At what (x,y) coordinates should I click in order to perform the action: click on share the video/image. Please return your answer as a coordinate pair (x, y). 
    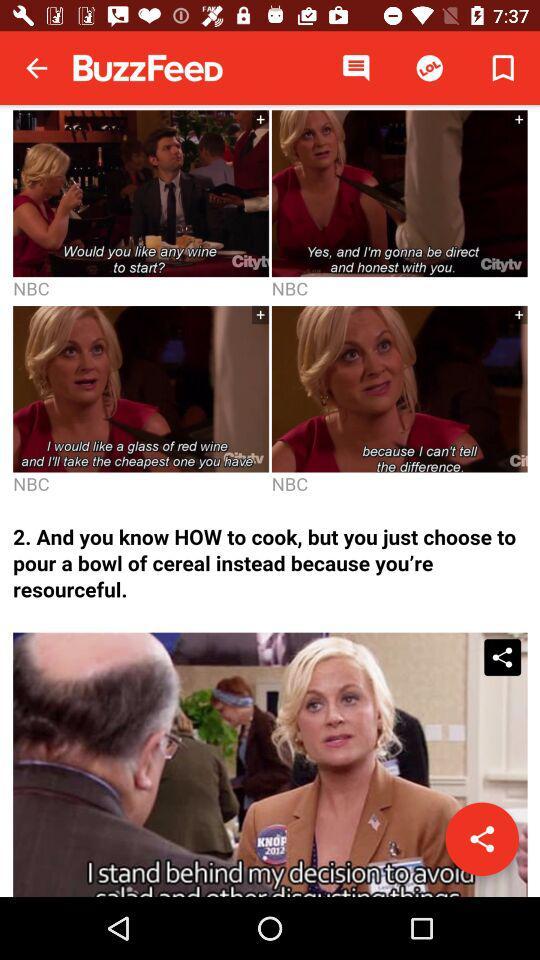
    Looking at the image, I should click on (481, 839).